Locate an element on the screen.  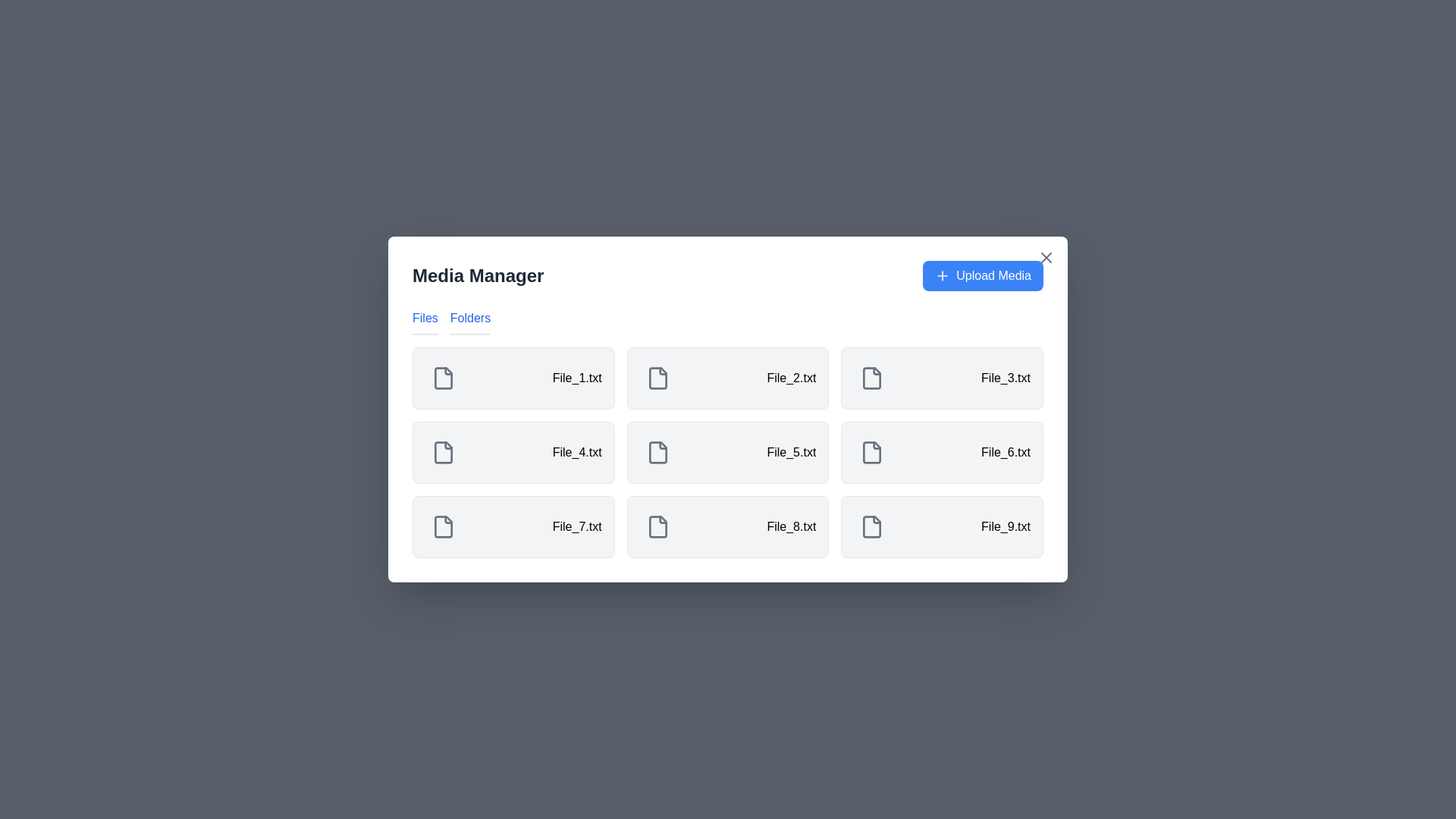
the document file icon labeled 'File_7.txt' in the Media Manager interface is located at coordinates (443, 526).